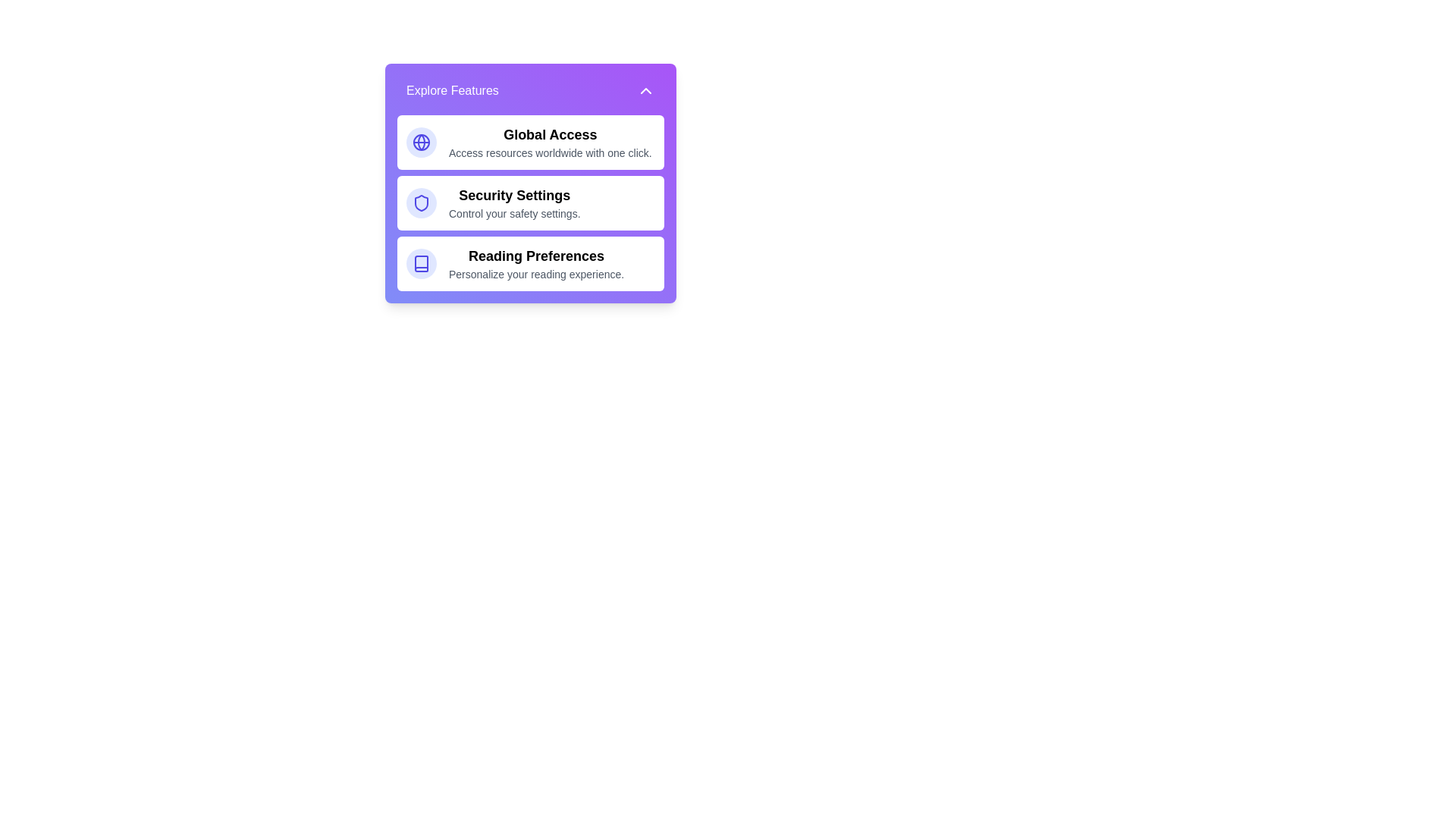 The width and height of the screenshot is (1456, 819). I want to click on the static text element that says 'Personalize your reading experience.', which is styled in a small, gray font and located beneath the 'Reading Preferences' label, so click(536, 275).